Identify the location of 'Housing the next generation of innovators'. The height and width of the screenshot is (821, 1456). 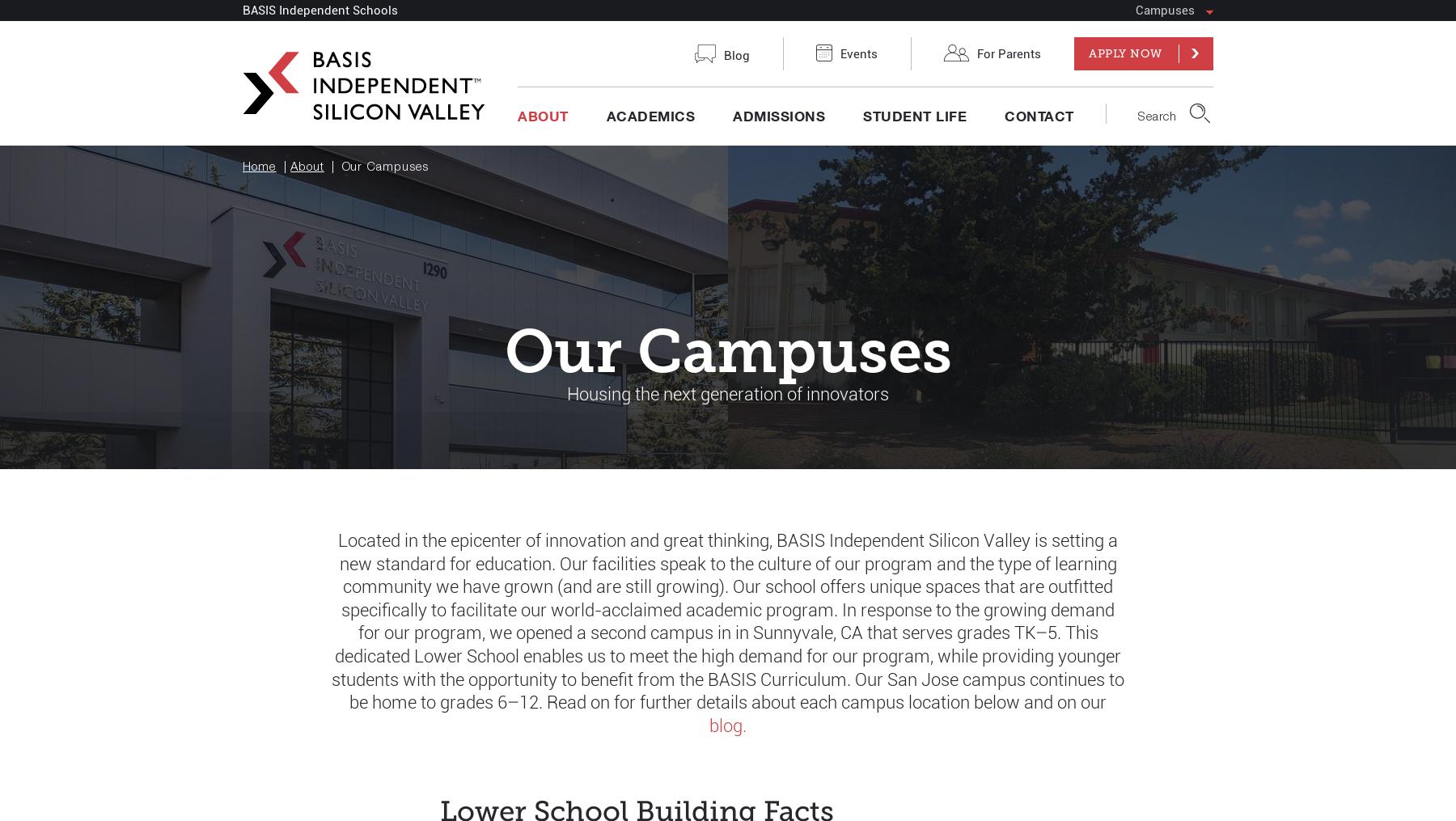
(728, 393).